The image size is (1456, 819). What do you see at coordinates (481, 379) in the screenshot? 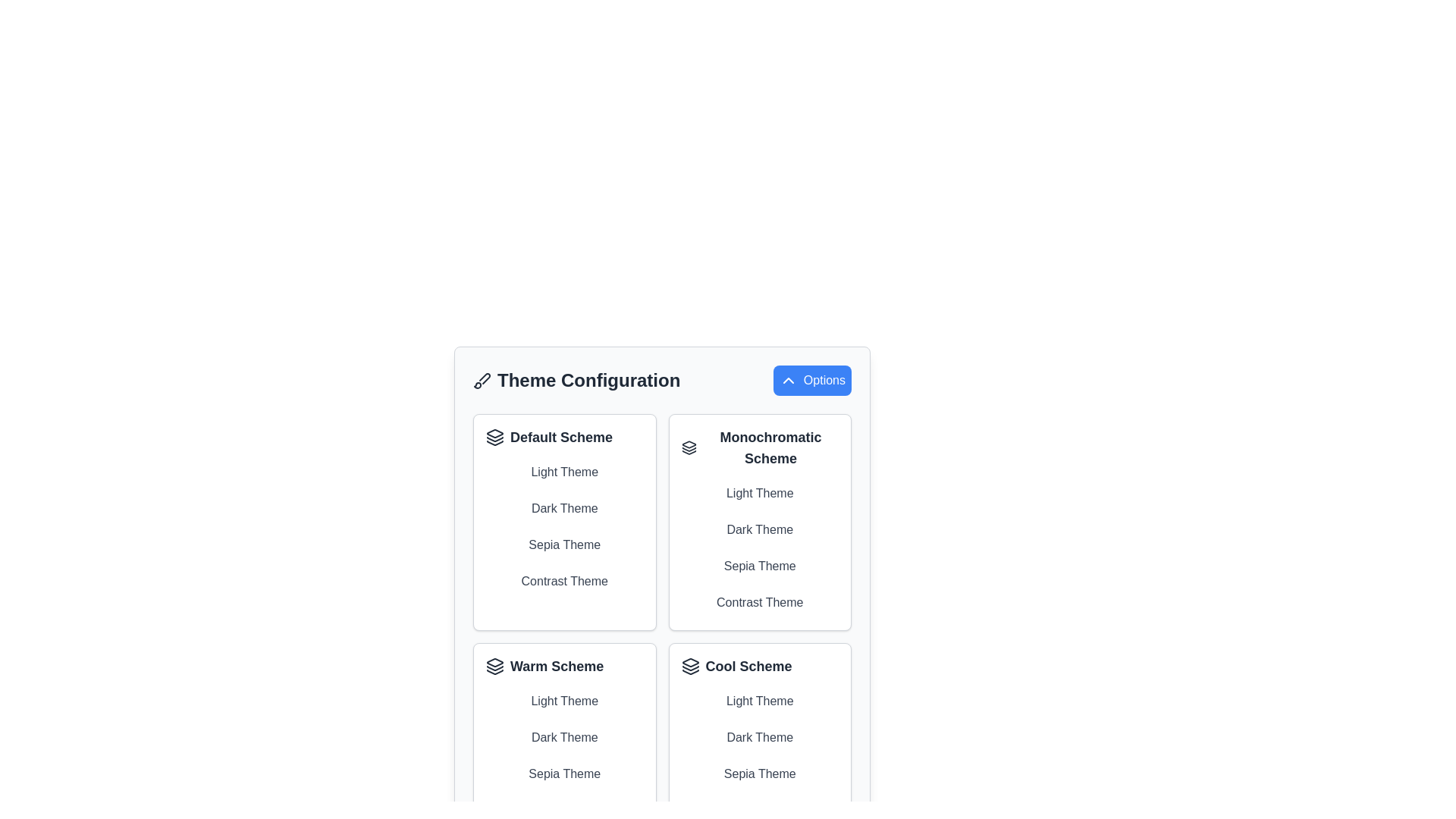
I see `the brush icon located within the 'Theme Configuration' header` at bounding box center [481, 379].